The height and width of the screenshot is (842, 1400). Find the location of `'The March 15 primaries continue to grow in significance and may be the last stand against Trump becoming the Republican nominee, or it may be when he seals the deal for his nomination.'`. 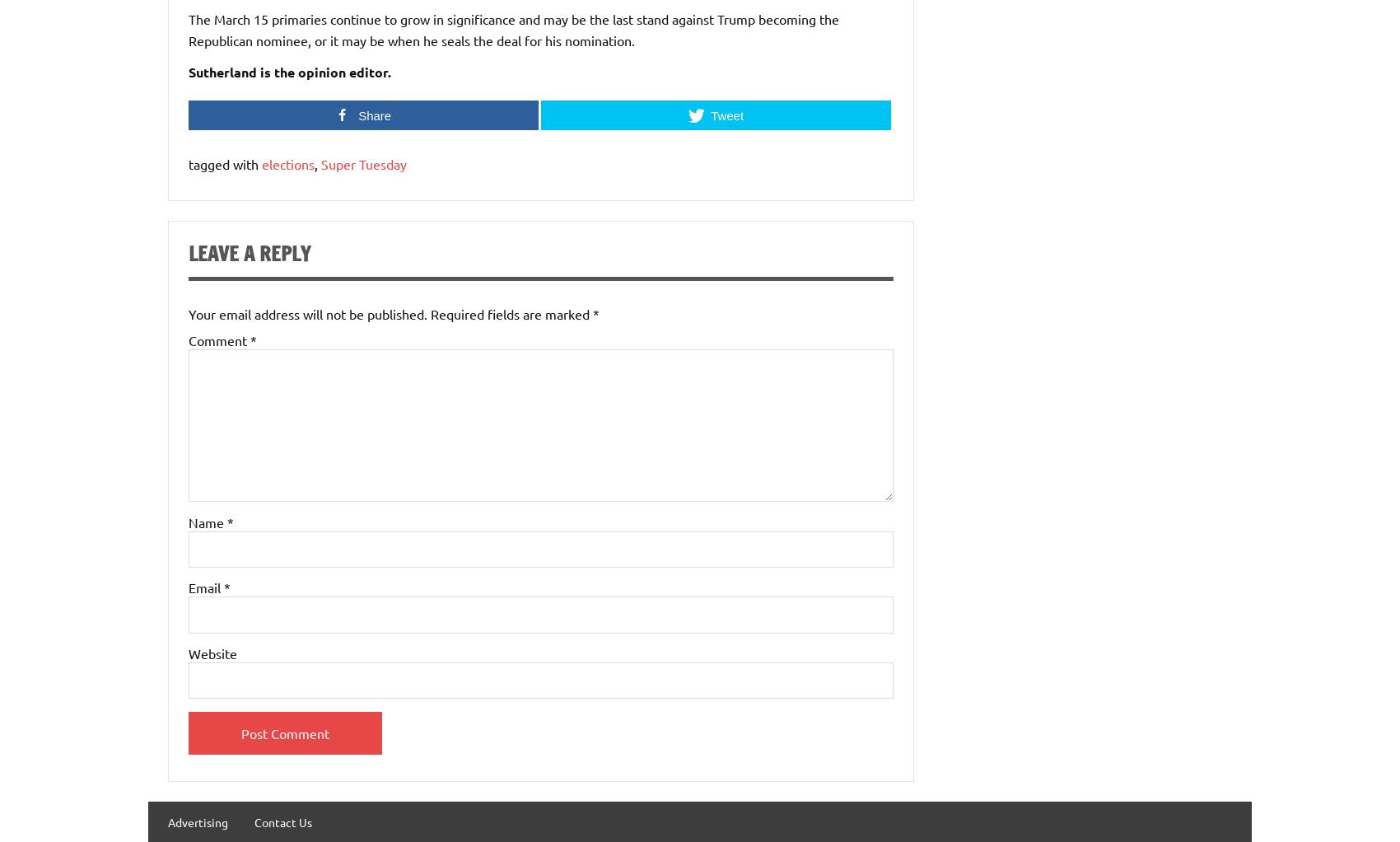

'The March 15 primaries continue to grow in significance and may be the last stand against Trump becoming the Republican nominee, or it may be when he seals the deal for his nomination.' is located at coordinates (188, 28).